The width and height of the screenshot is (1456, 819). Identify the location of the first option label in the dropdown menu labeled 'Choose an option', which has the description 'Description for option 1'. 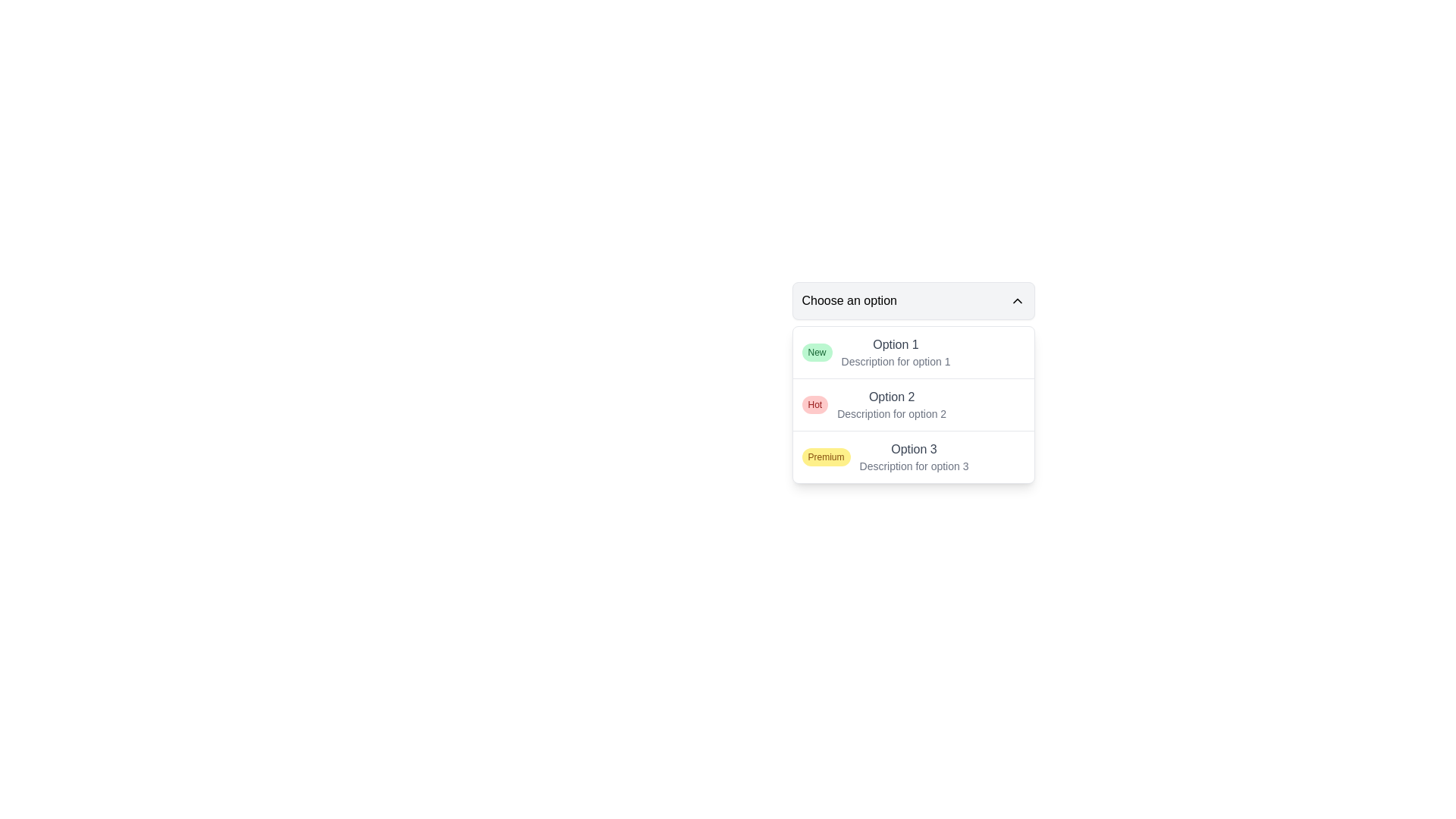
(896, 345).